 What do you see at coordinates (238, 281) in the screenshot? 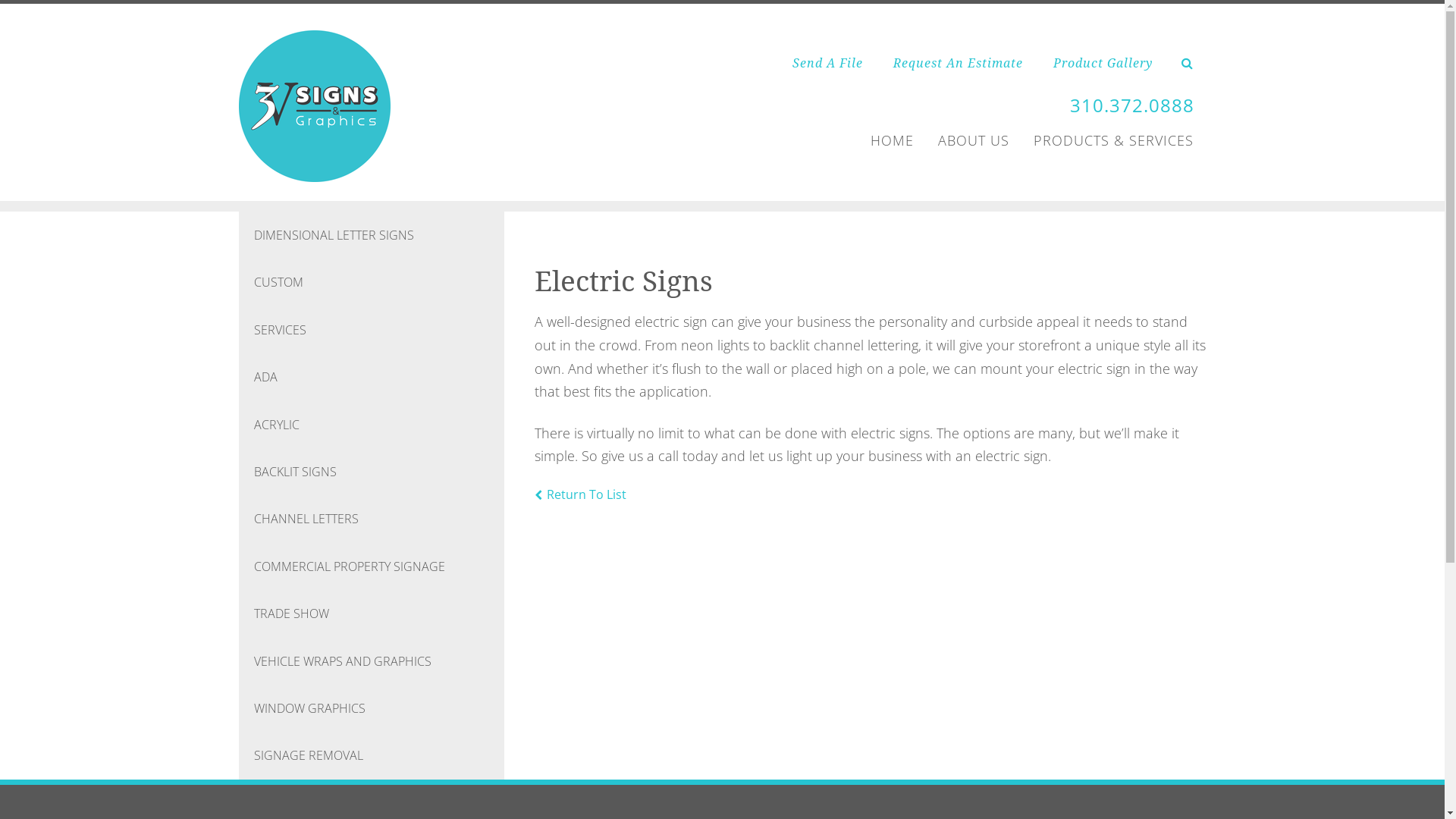
I see `'CUSTOM'` at bounding box center [238, 281].